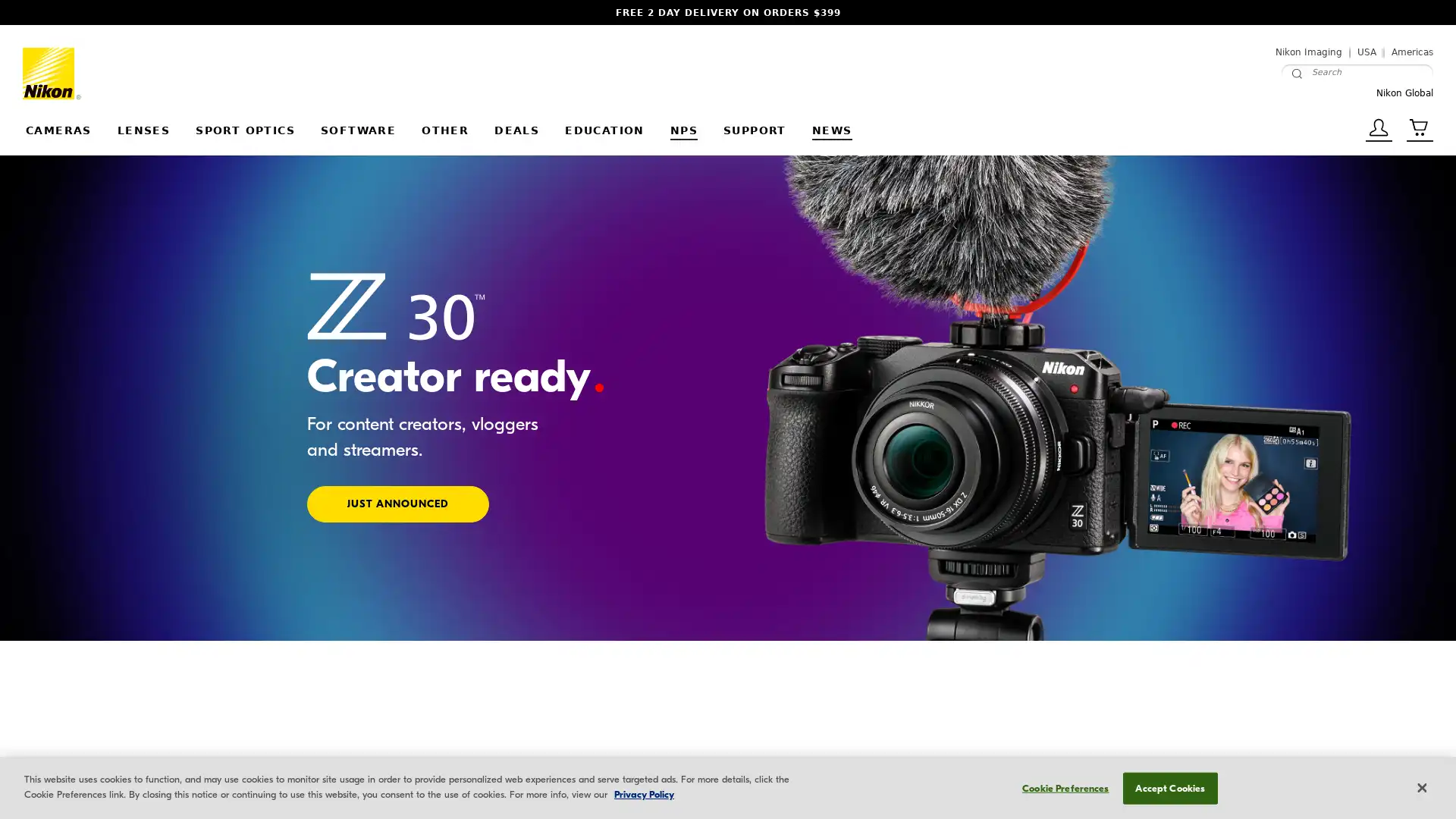 Image resolution: width=1456 pixels, height=819 pixels. Describe the element at coordinates (1420, 786) in the screenshot. I see `Close` at that location.